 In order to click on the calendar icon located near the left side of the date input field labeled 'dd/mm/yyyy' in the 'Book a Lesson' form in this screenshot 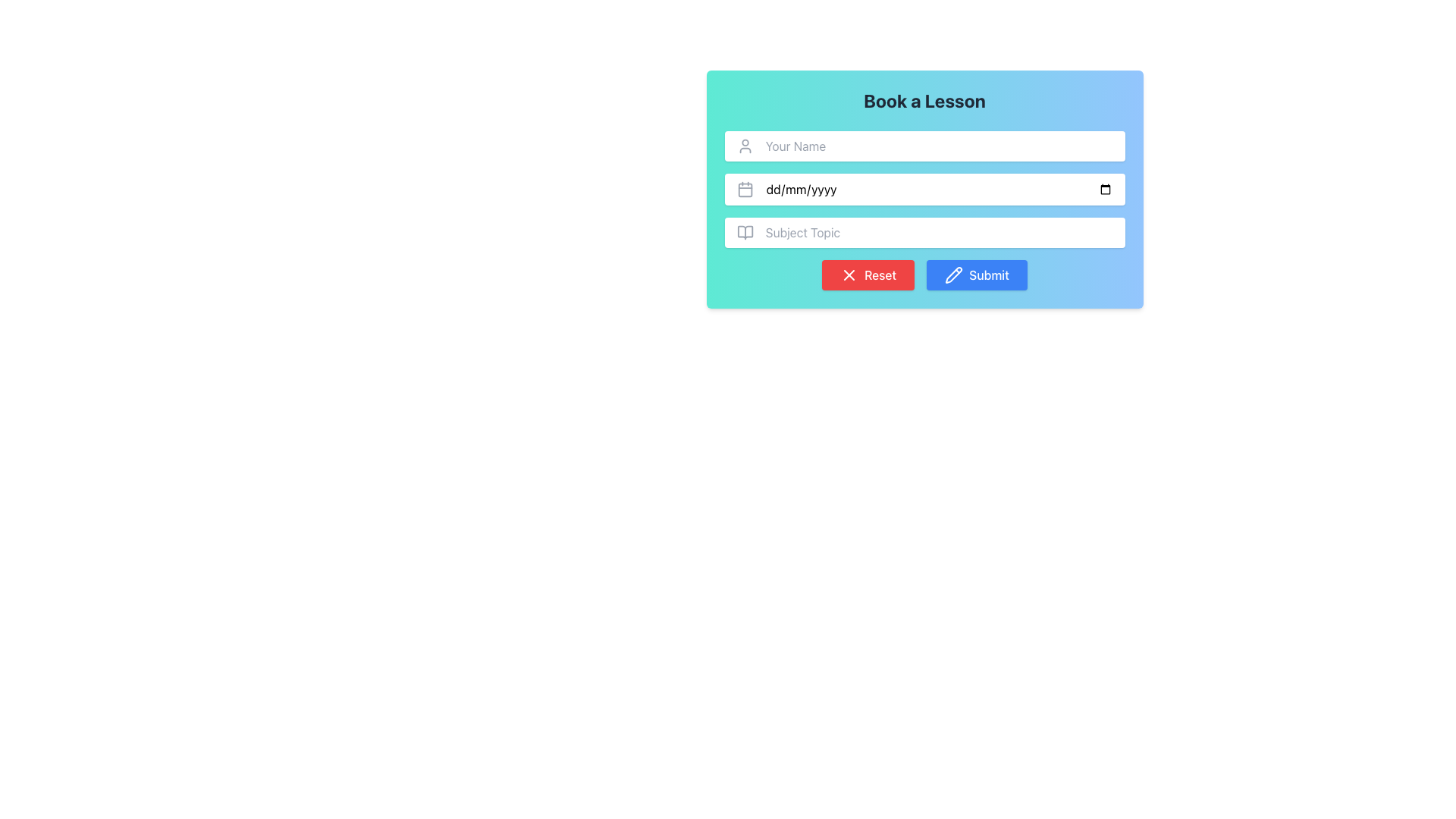, I will do `click(745, 189)`.